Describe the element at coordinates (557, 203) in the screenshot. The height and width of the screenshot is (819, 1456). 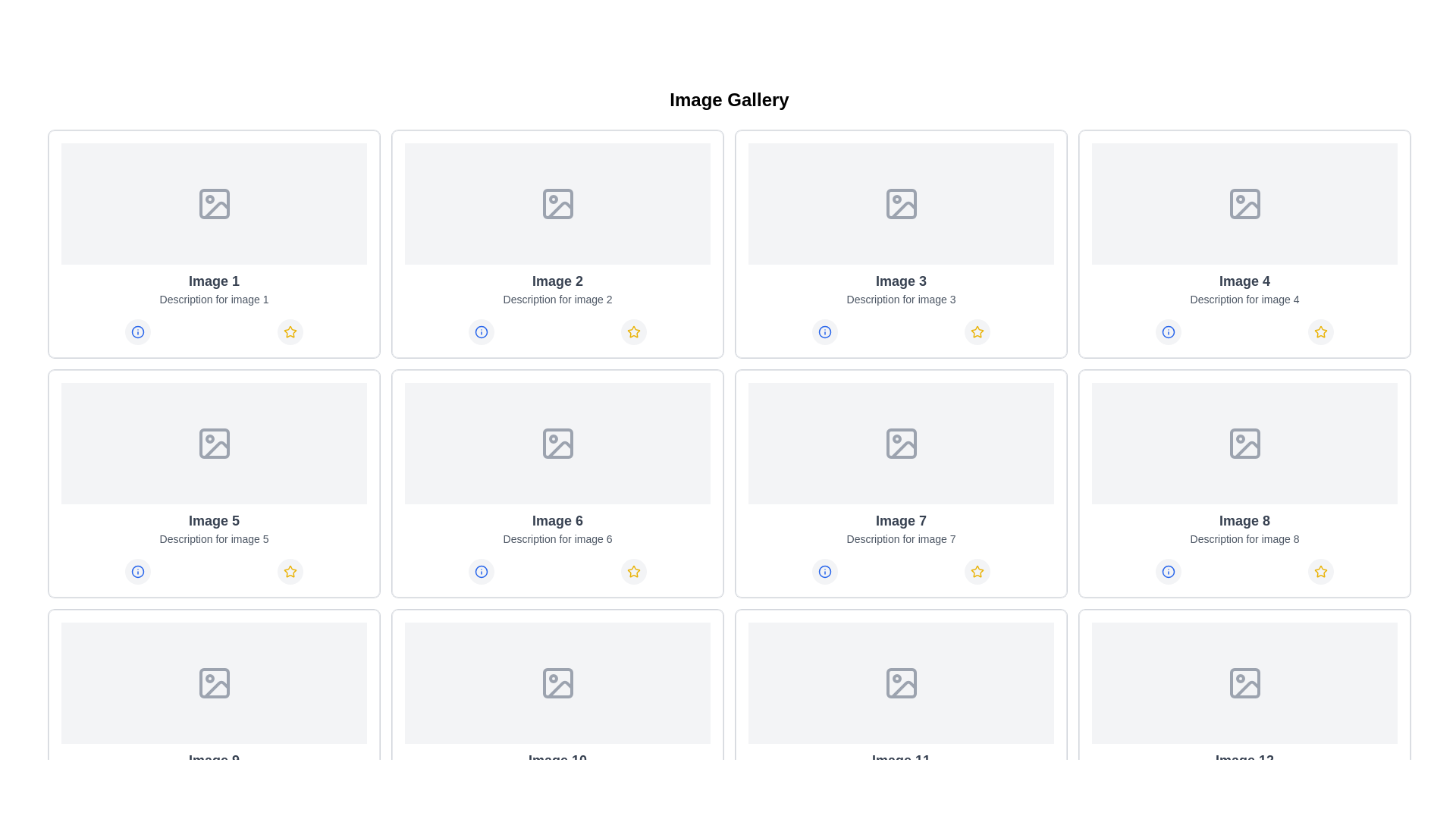
I see `the SVG icon representing an image outline with a circular dot and triangular shape inside a rectangular frame, located in the center of the second tile in the top row of the image gallery grid` at that location.